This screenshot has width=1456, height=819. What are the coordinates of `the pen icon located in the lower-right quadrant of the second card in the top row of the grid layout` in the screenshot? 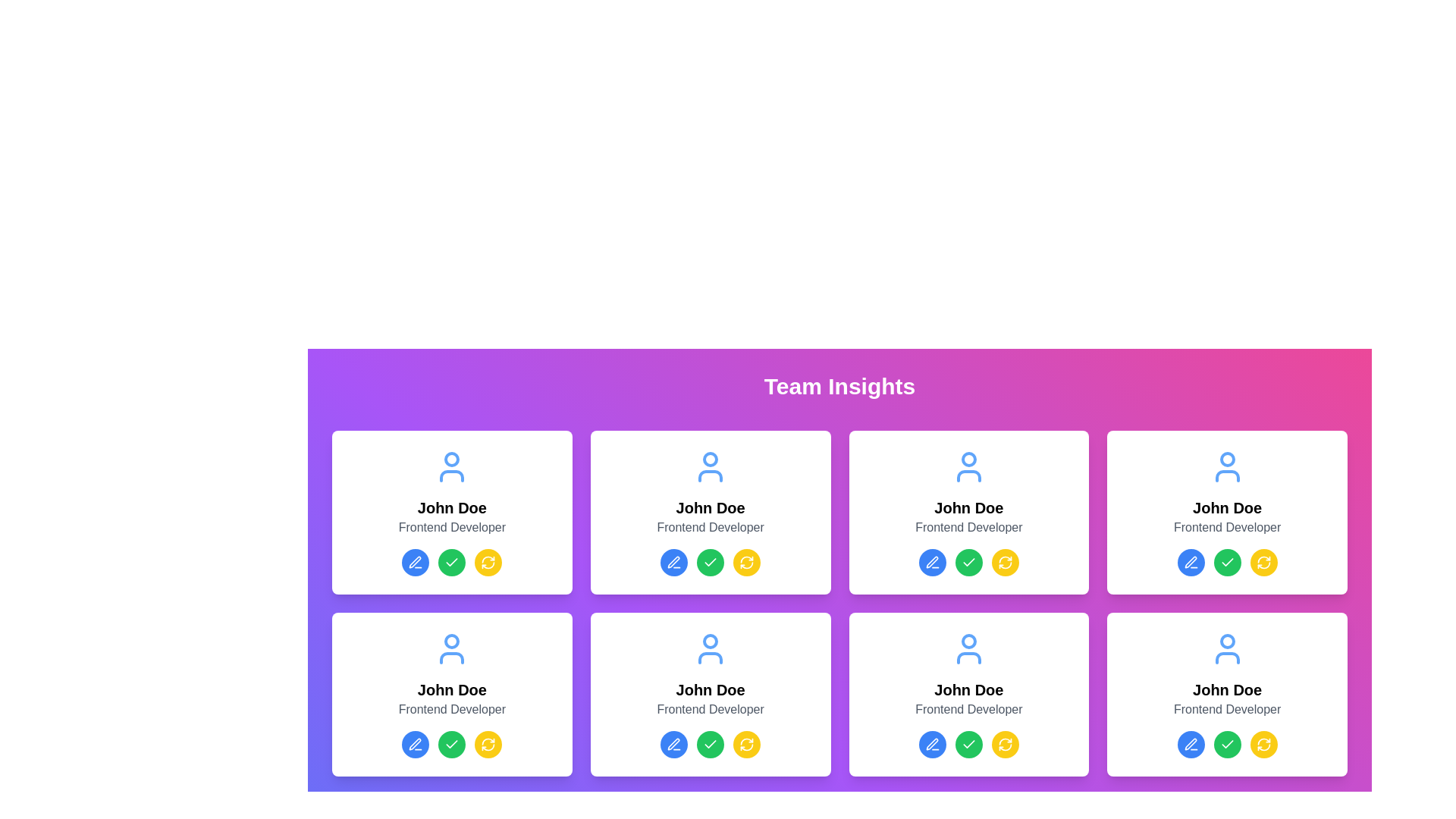 It's located at (1190, 562).